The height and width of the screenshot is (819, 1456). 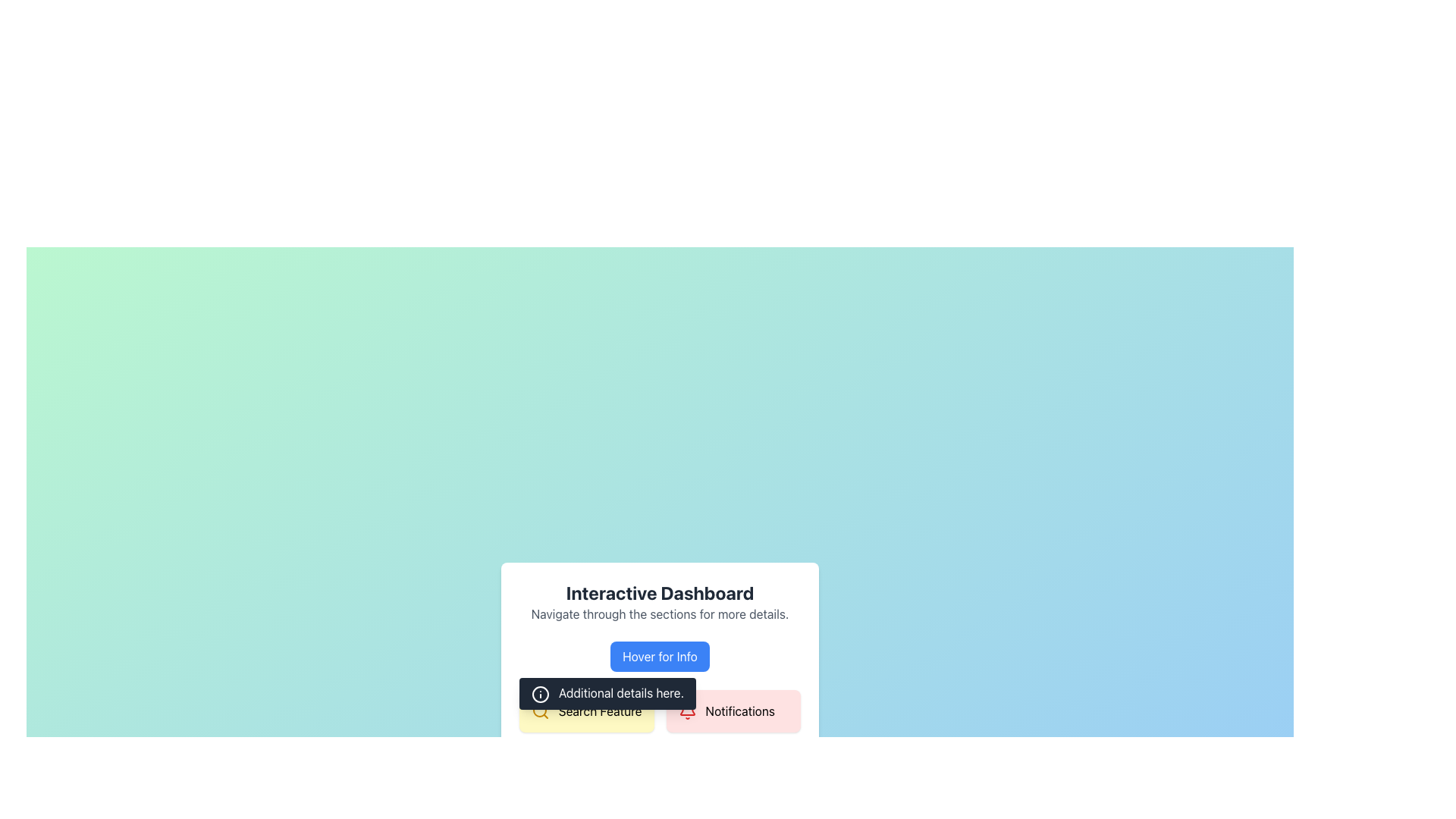 I want to click on the text label displaying 'Interactive Dashboard', which is prominently placed at the top of a card-like structure in a large, bold font, so click(x=660, y=592).